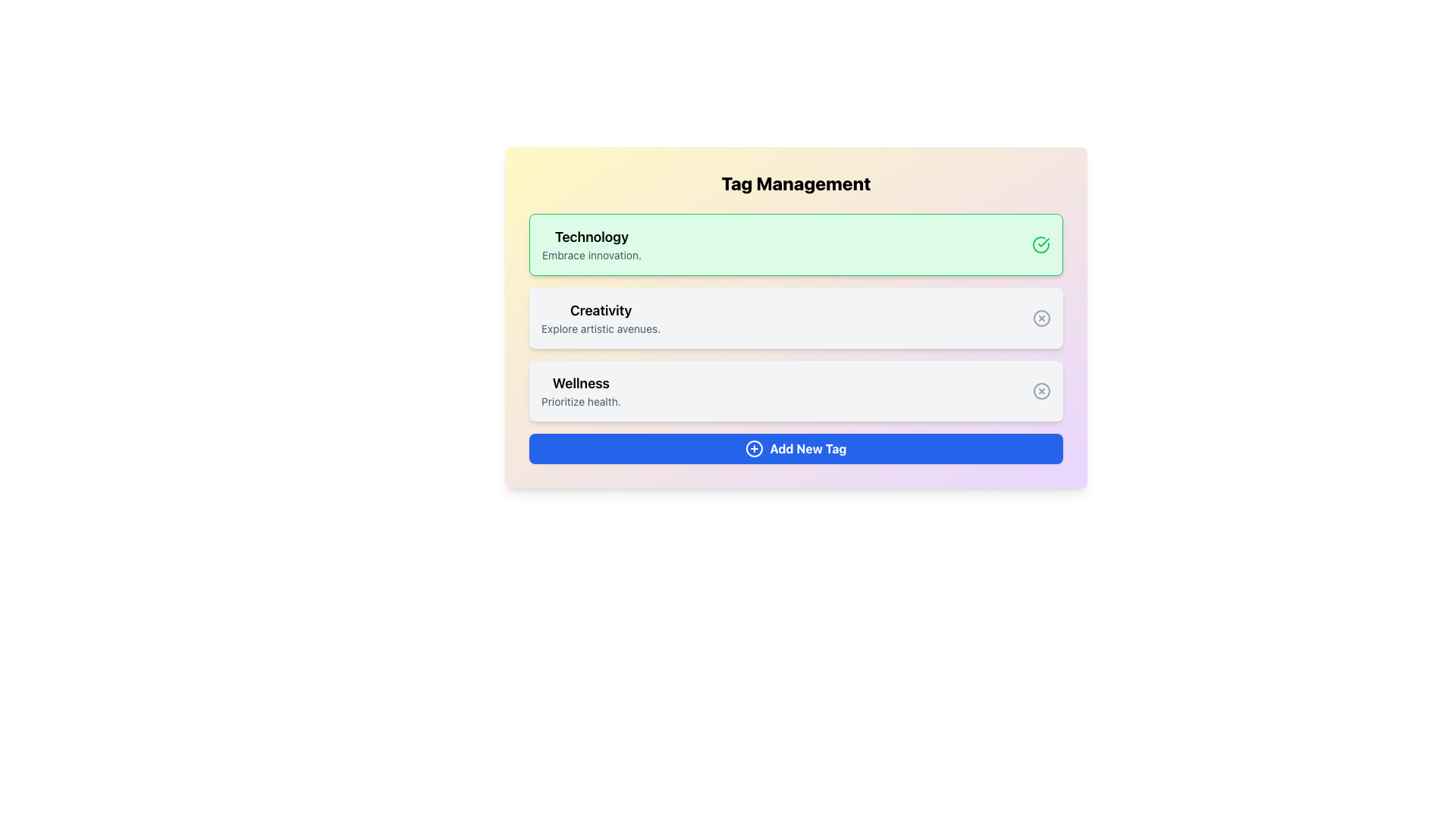  What do you see at coordinates (795, 317) in the screenshot?
I see `the 'Creativity' selectable card or category item, which is the second among three` at bounding box center [795, 317].